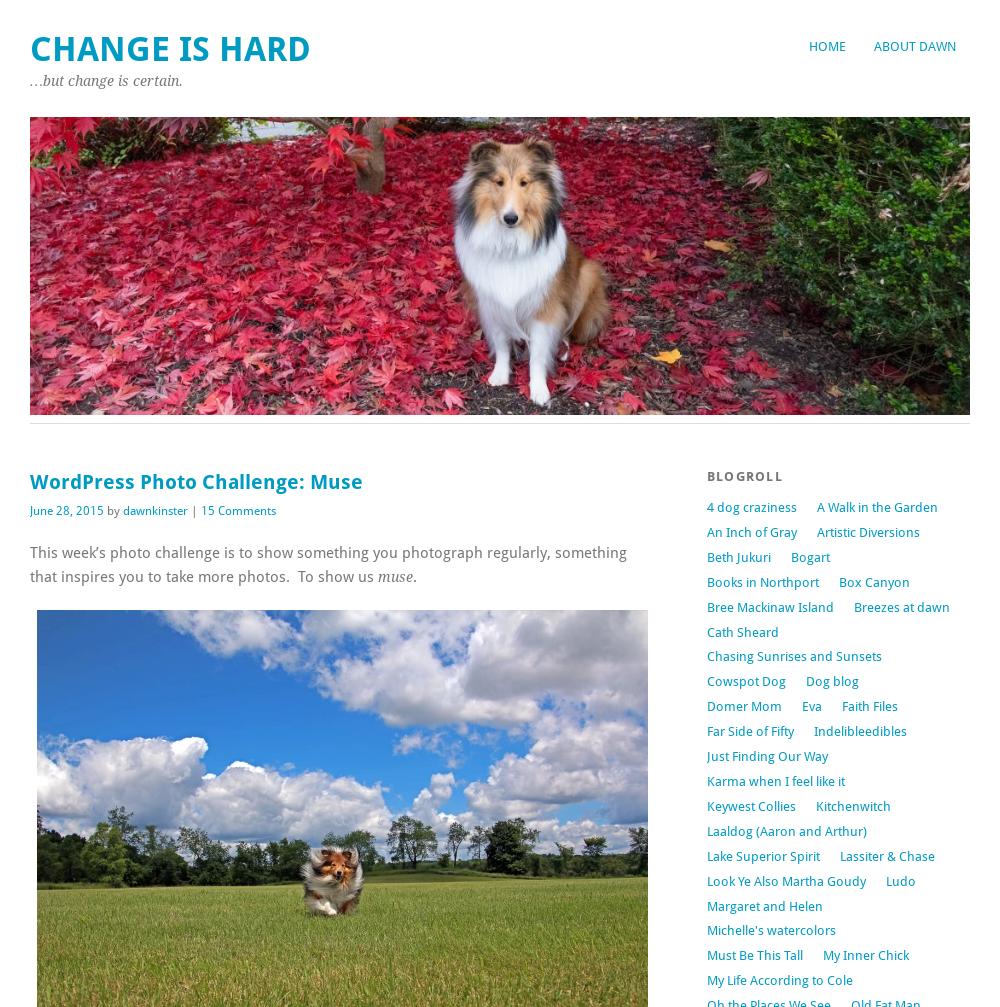 This screenshot has height=1007, width=1000. I want to click on 'muse', so click(395, 576).